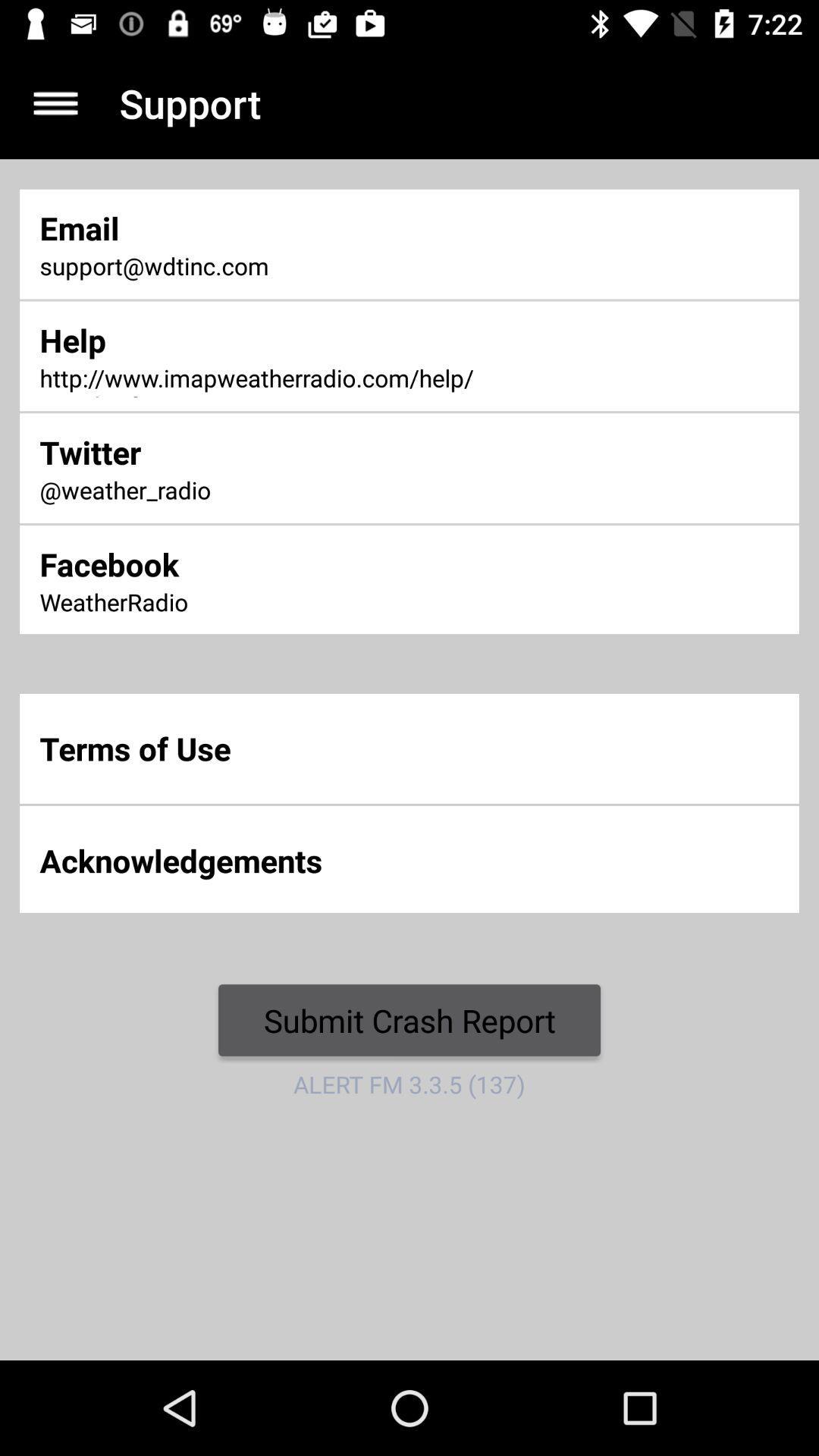  I want to click on the item below http www imapweatherradio, so click(271, 451).